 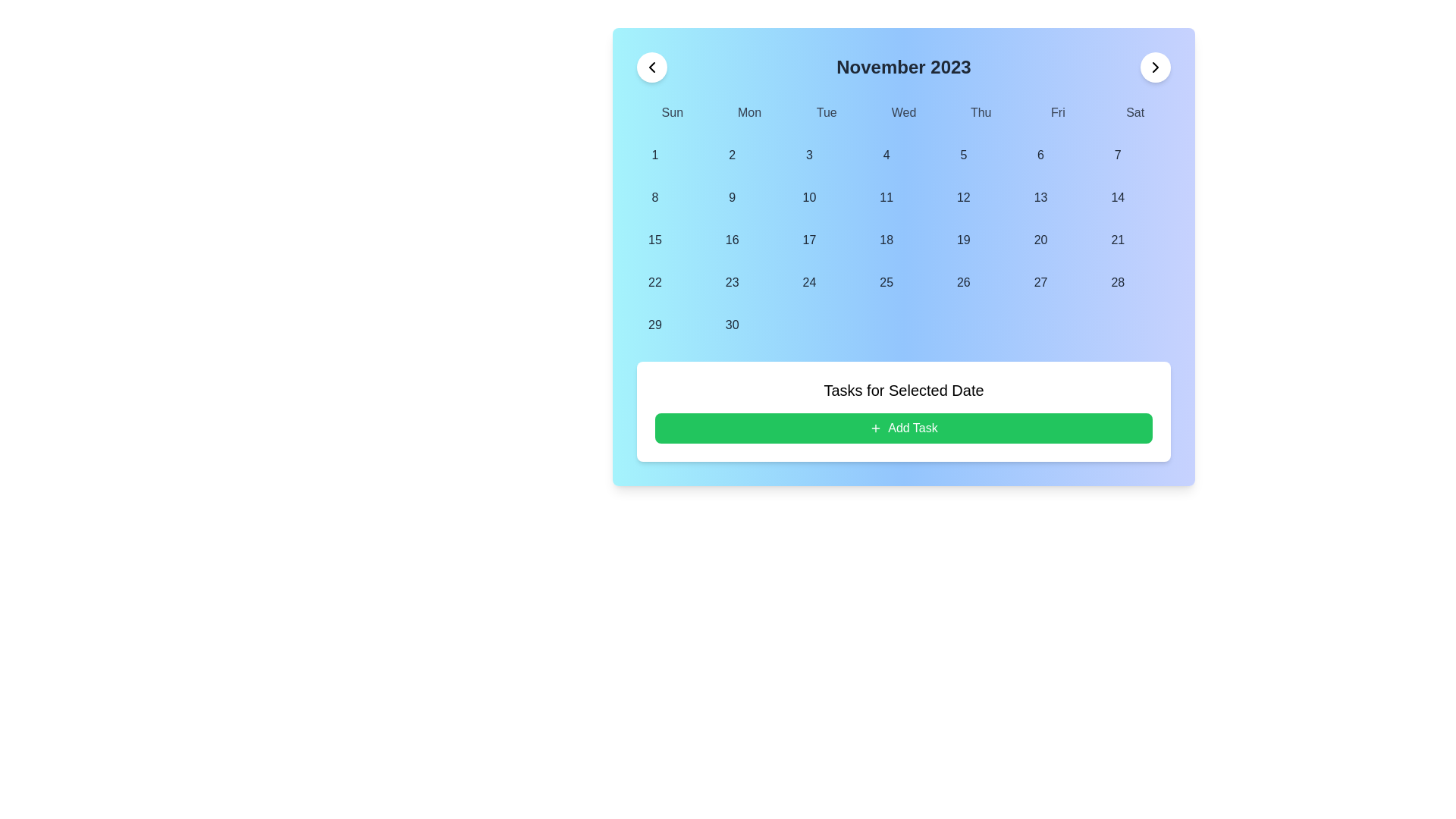 What do you see at coordinates (962, 155) in the screenshot?
I see `the rectangular button with the number '5'` at bounding box center [962, 155].